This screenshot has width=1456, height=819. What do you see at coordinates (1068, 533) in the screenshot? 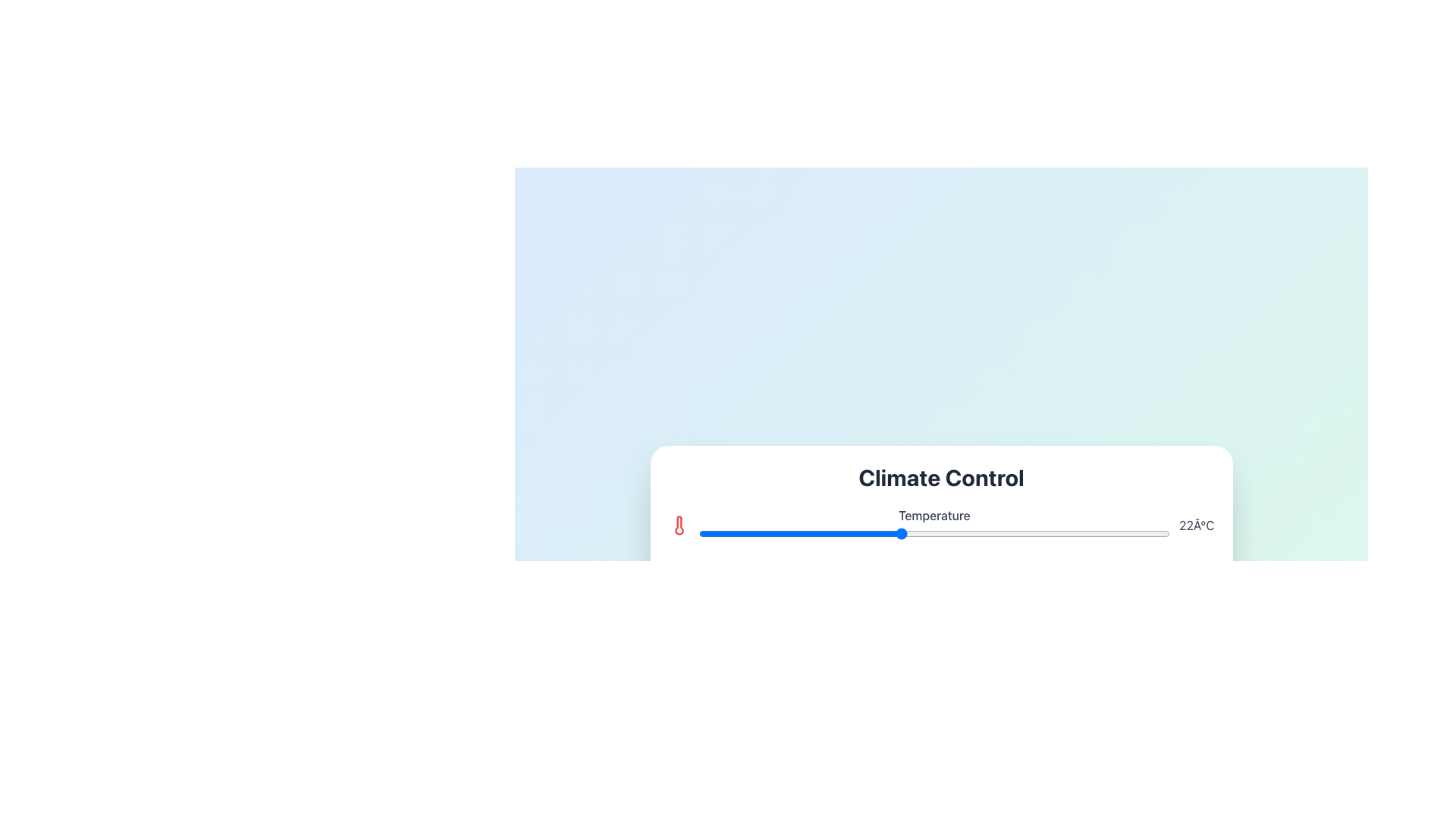
I see `temperature` at bounding box center [1068, 533].